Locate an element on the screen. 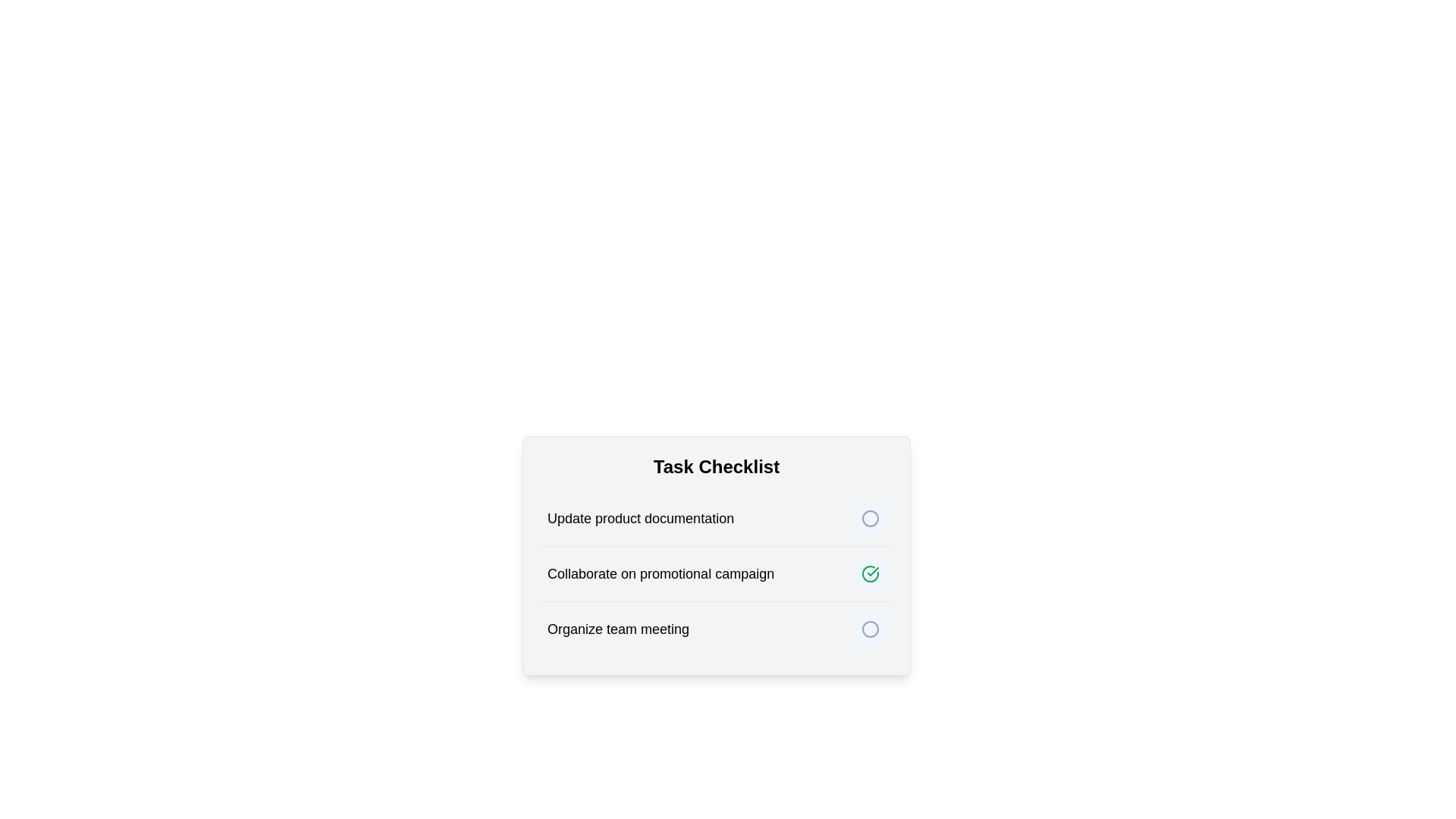  the text label displaying 'Collaborate on promotional campaign', which is the second item in a checklist, indicating its prominence within the UI is located at coordinates (661, 573).